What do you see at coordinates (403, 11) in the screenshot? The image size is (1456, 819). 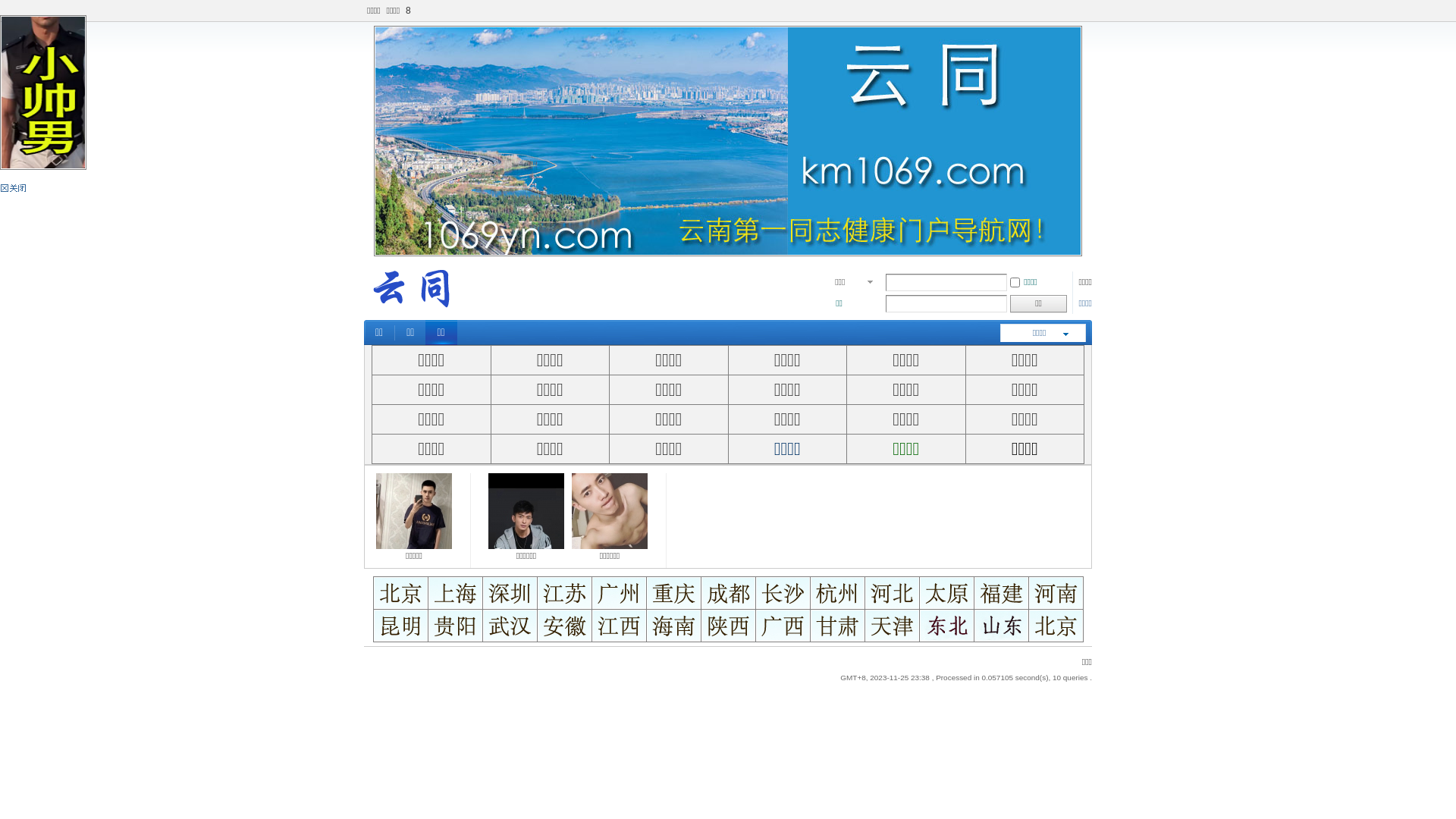 I see `'8'` at bounding box center [403, 11].